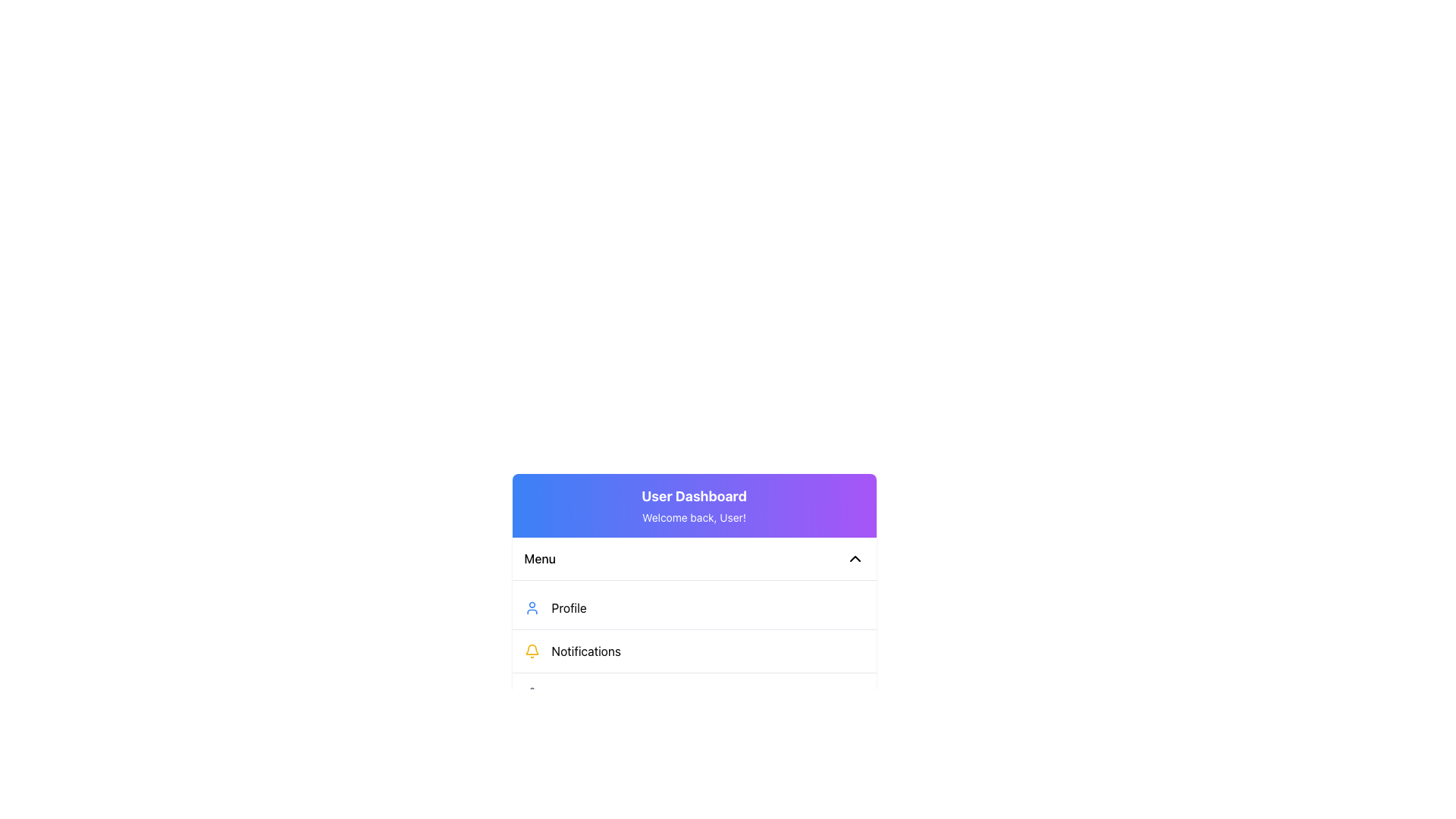  Describe the element at coordinates (693, 506) in the screenshot. I see `the Header Section that serves as a welcoming title and greeting for the user dashboard, positioned at the top of the panel with a colored background` at that location.